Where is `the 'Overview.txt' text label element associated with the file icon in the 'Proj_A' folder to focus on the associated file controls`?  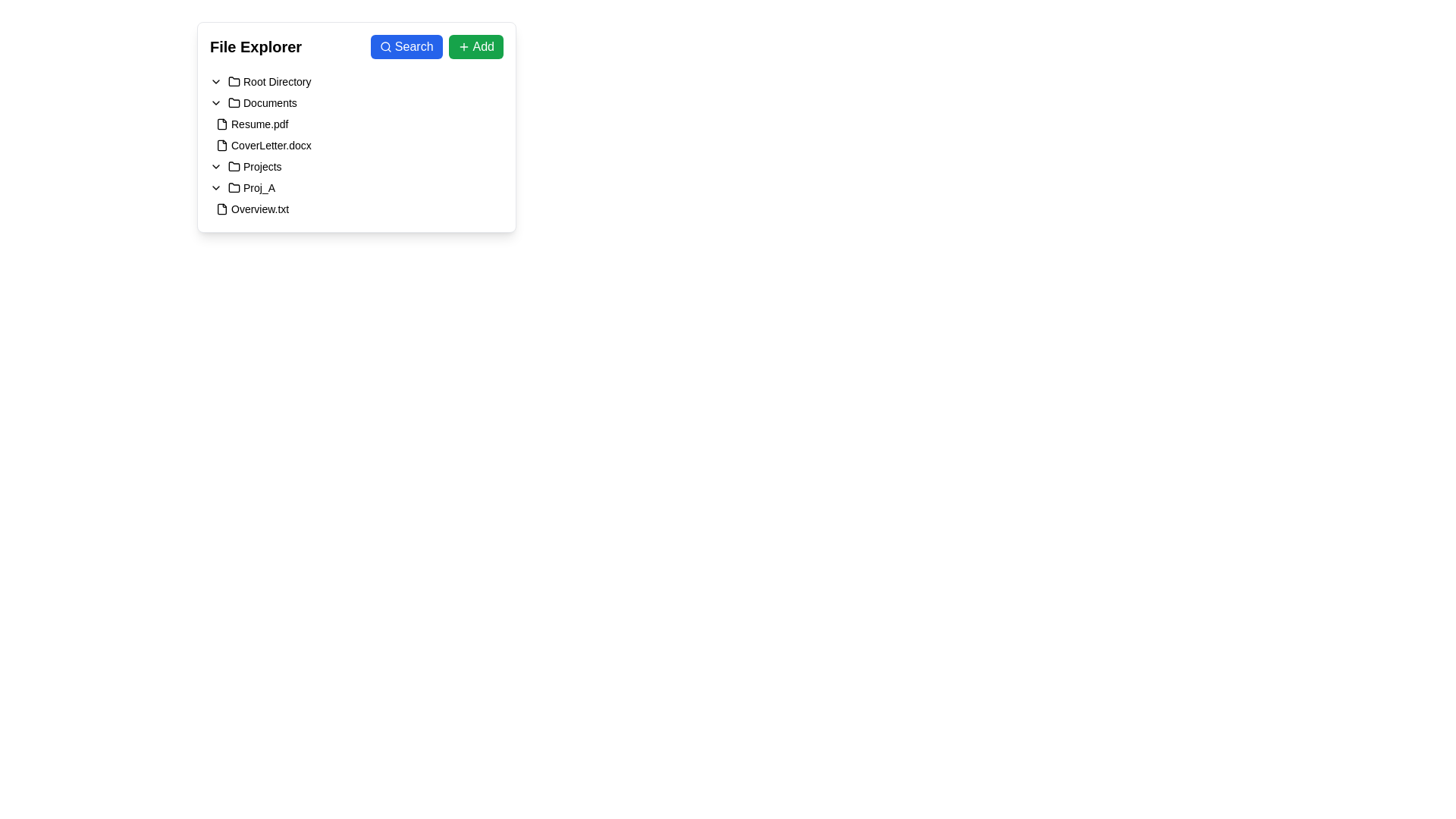
the 'Overview.txt' text label element associated with the file icon in the 'Proj_A' folder to focus on the associated file controls is located at coordinates (259, 209).